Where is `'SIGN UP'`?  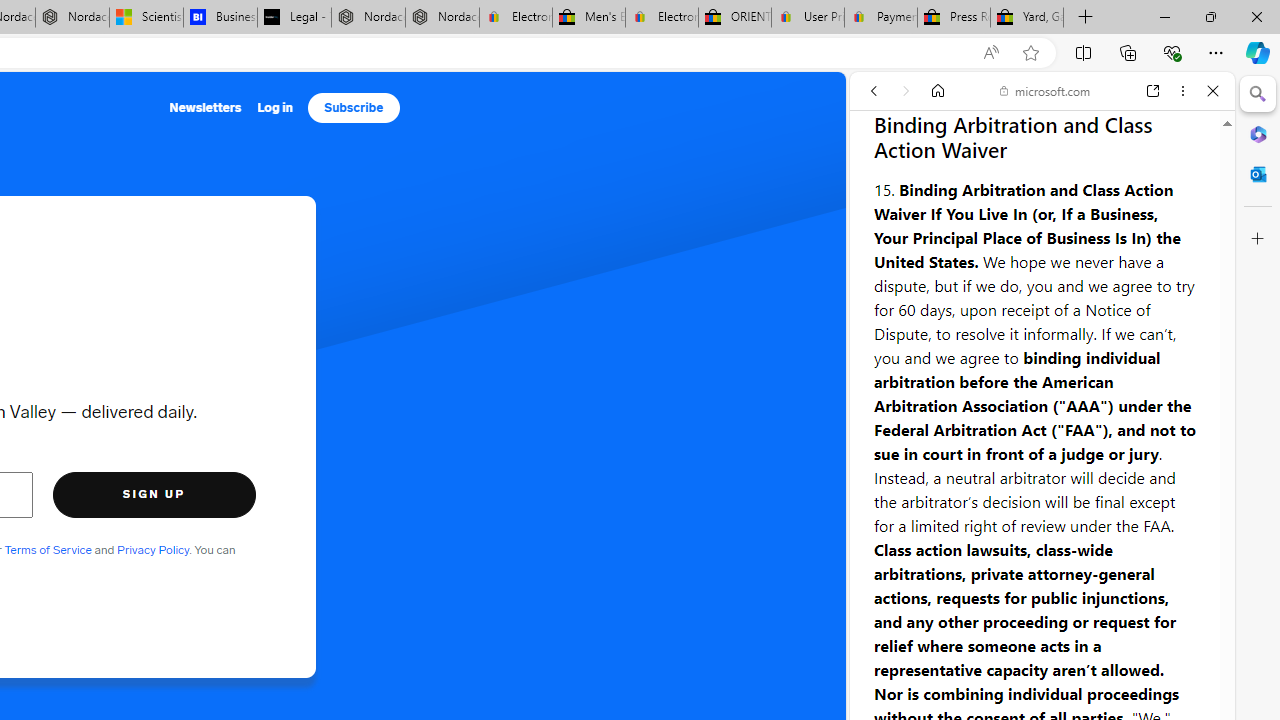 'SIGN UP' is located at coordinates (153, 494).